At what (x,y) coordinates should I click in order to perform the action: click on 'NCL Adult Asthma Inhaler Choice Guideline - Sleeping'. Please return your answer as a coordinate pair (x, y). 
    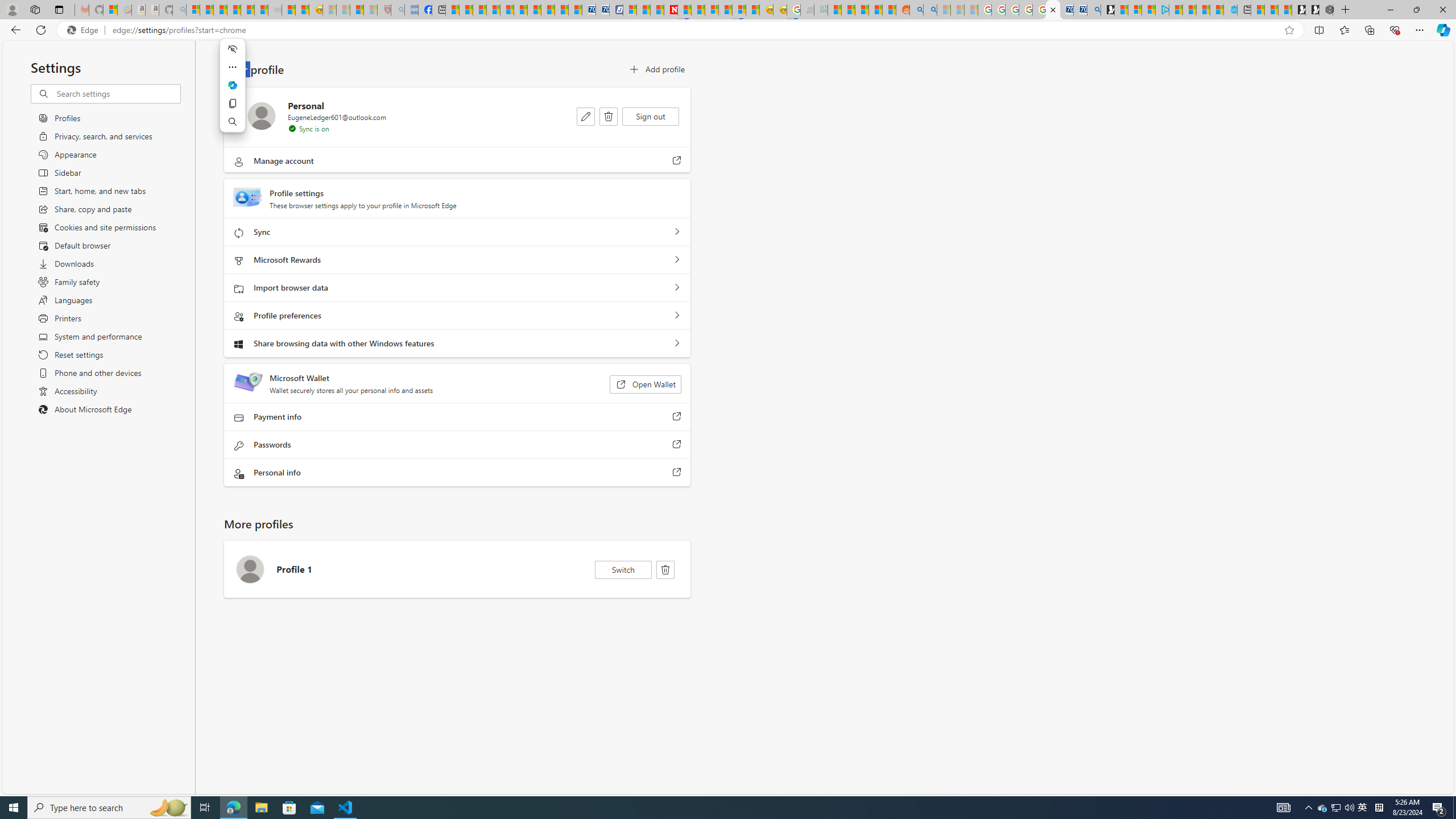
    Looking at the image, I should click on (411, 9).